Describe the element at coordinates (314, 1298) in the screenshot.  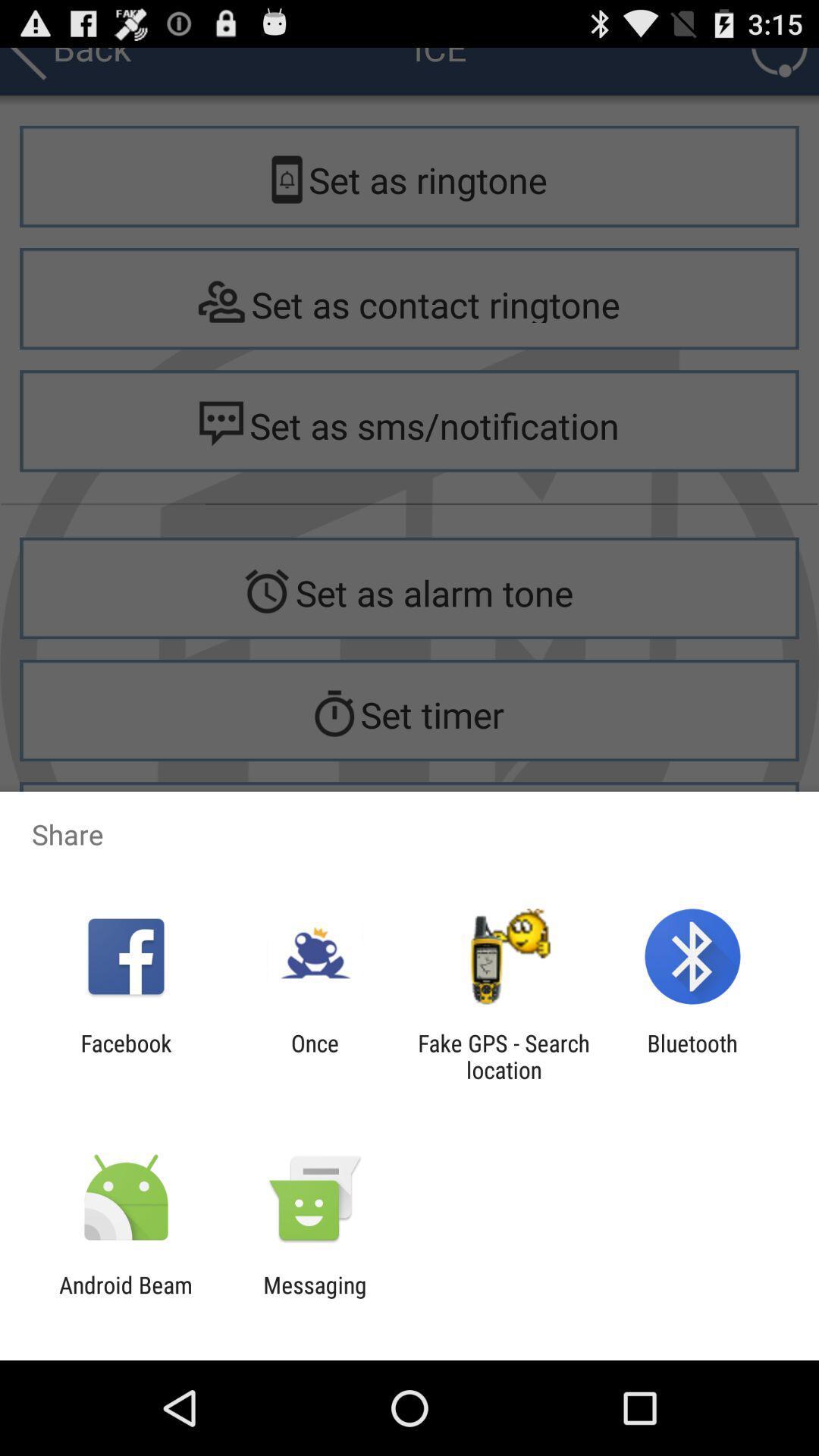
I see `the messaging item` at that location.